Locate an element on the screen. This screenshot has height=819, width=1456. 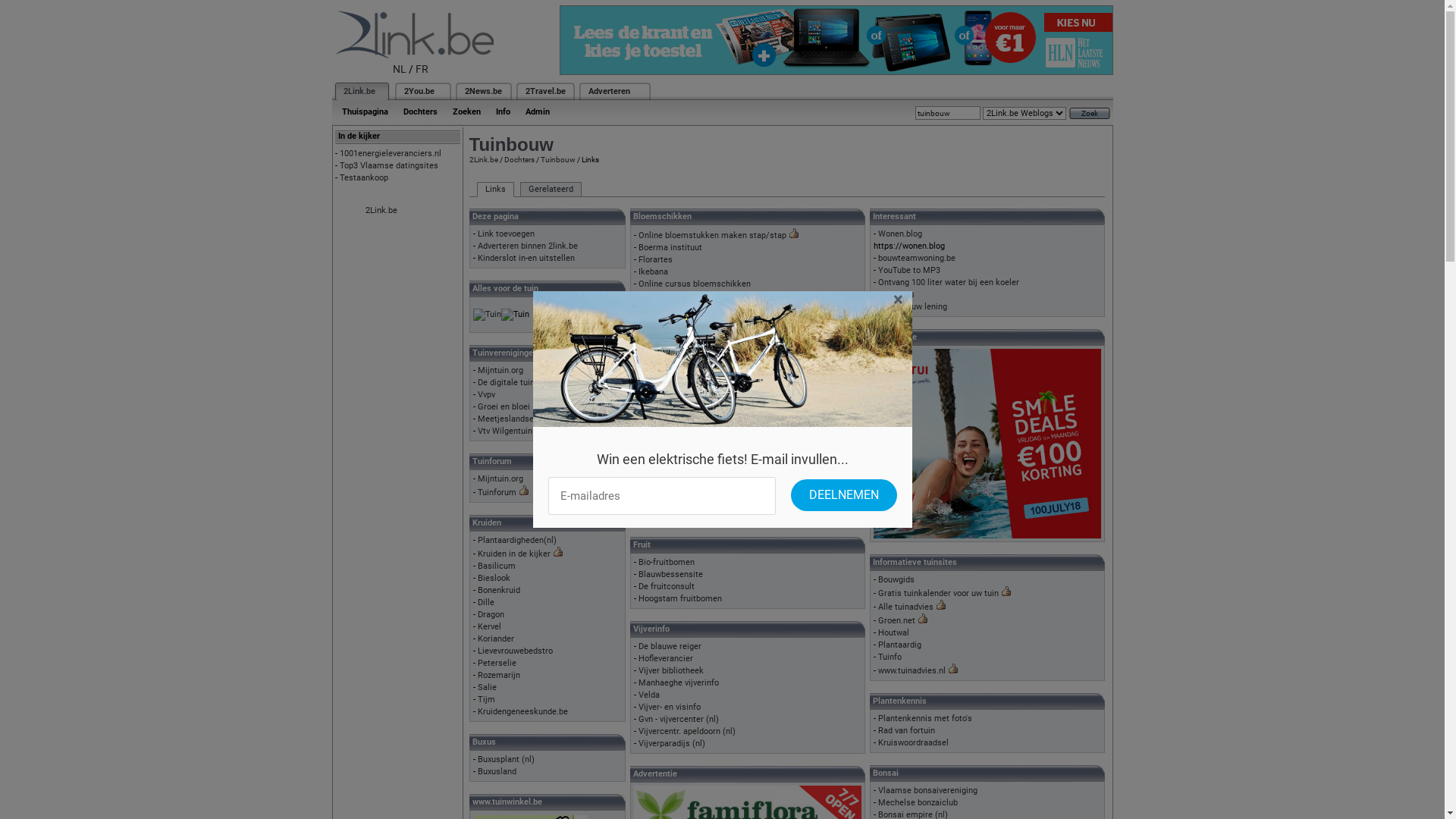
'bouwteamwoning.be' is located at coordinates (916, 257).